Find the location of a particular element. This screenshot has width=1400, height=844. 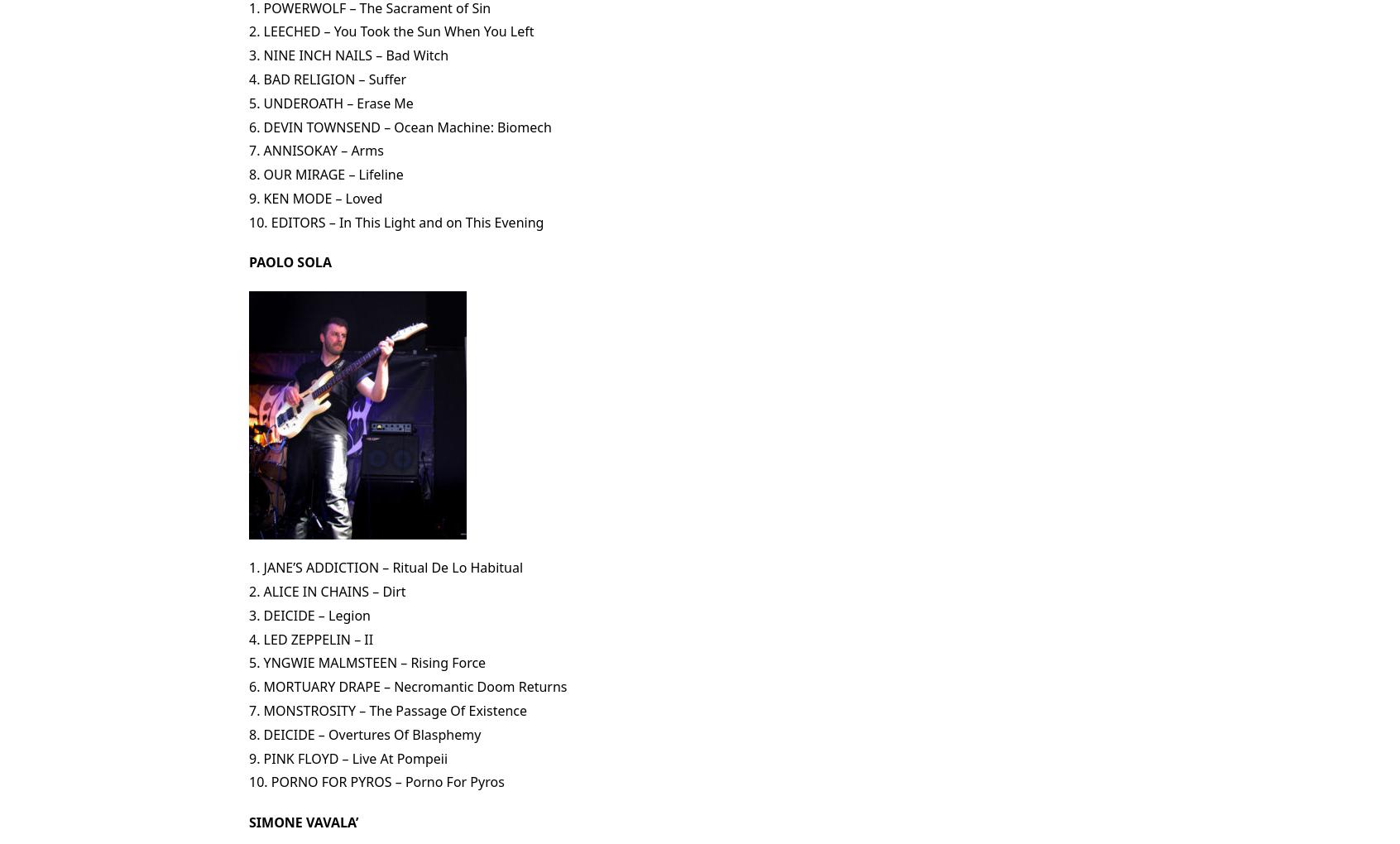

'5. YNGWIE MALMSTEEN – Rising Force' is located at coordinates (366, 662).